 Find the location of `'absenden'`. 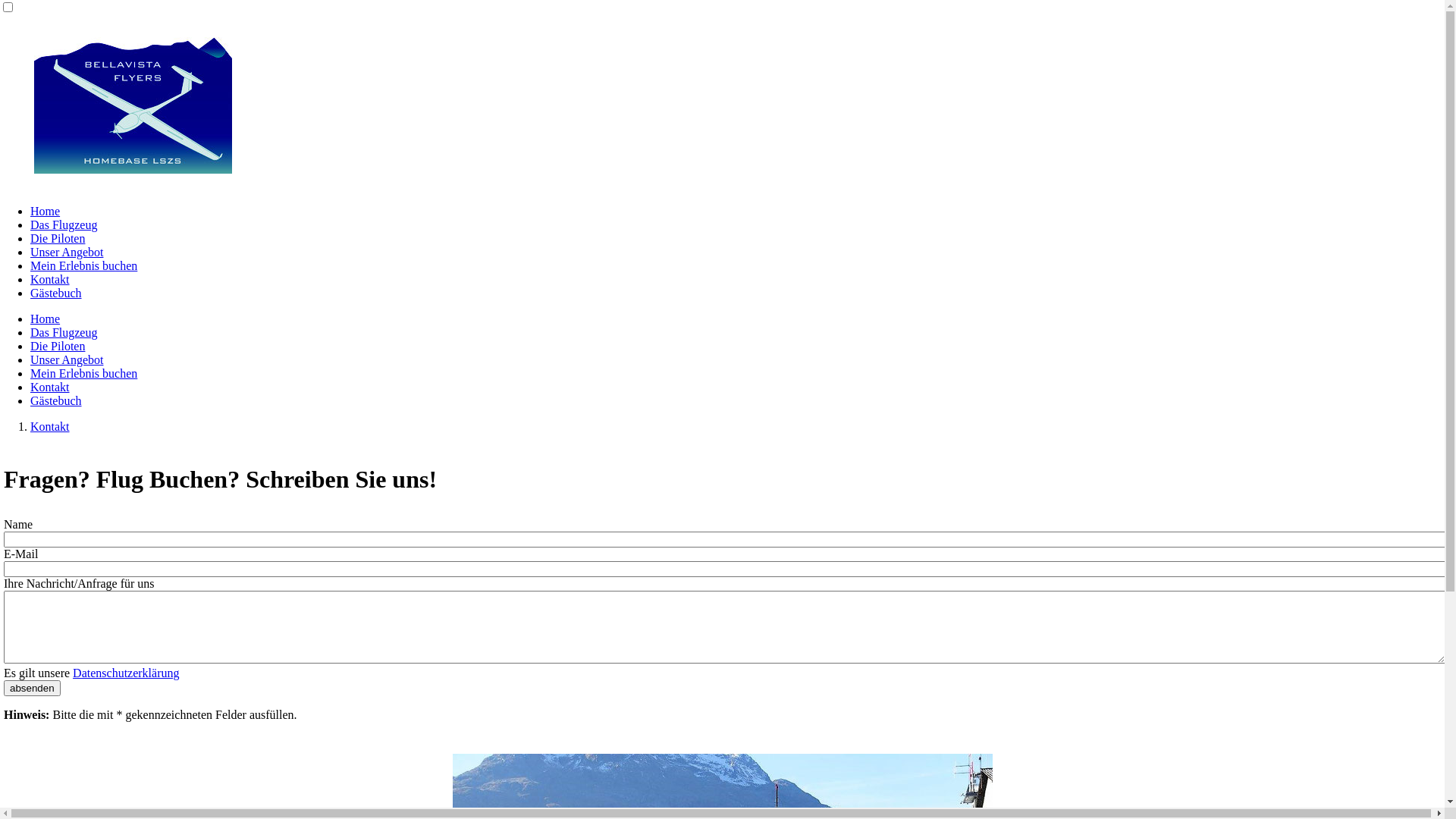

'absenden' is located at coordinates (32, 688).